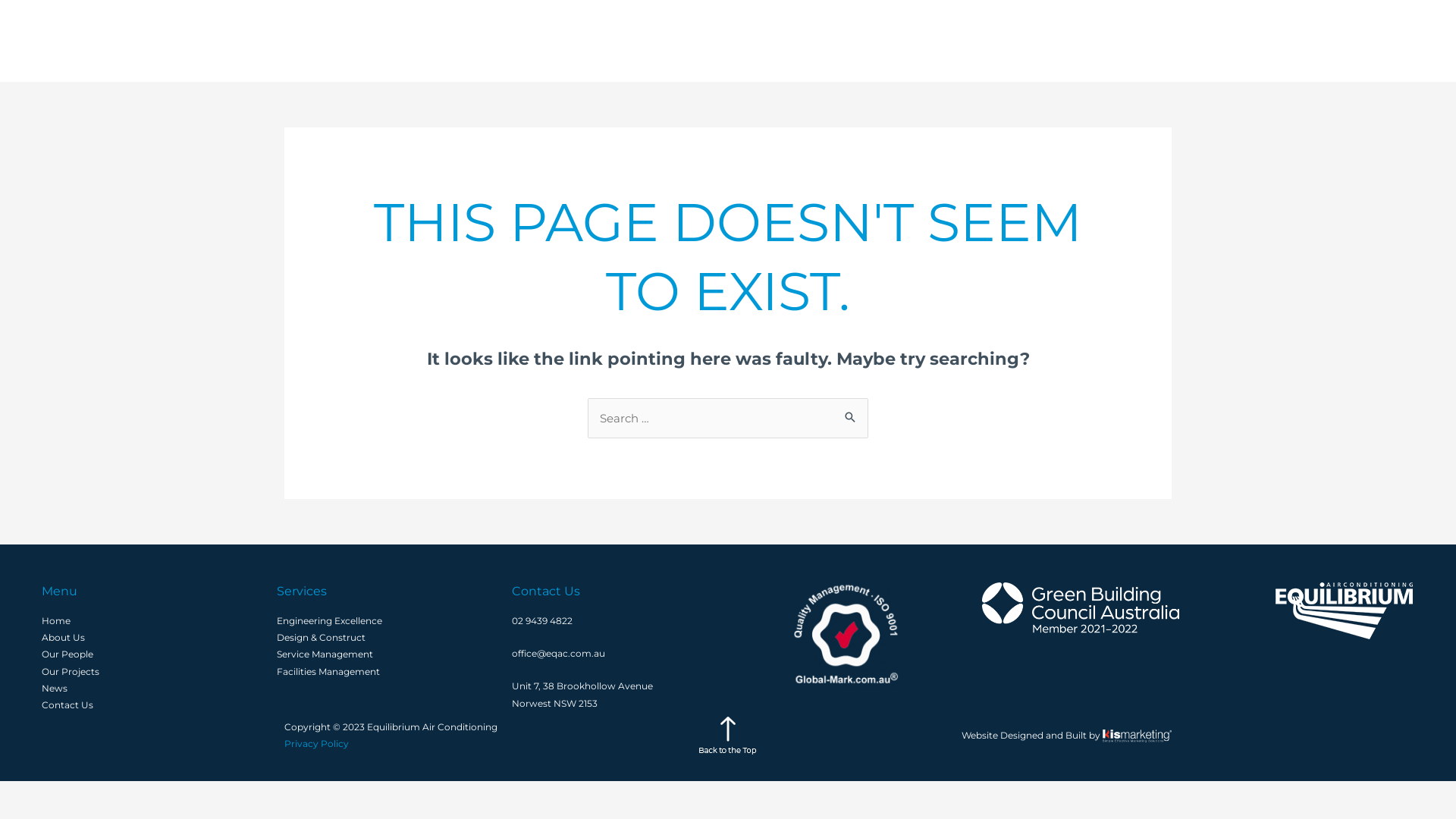  I want to click on 'Home', so click(55, 620).